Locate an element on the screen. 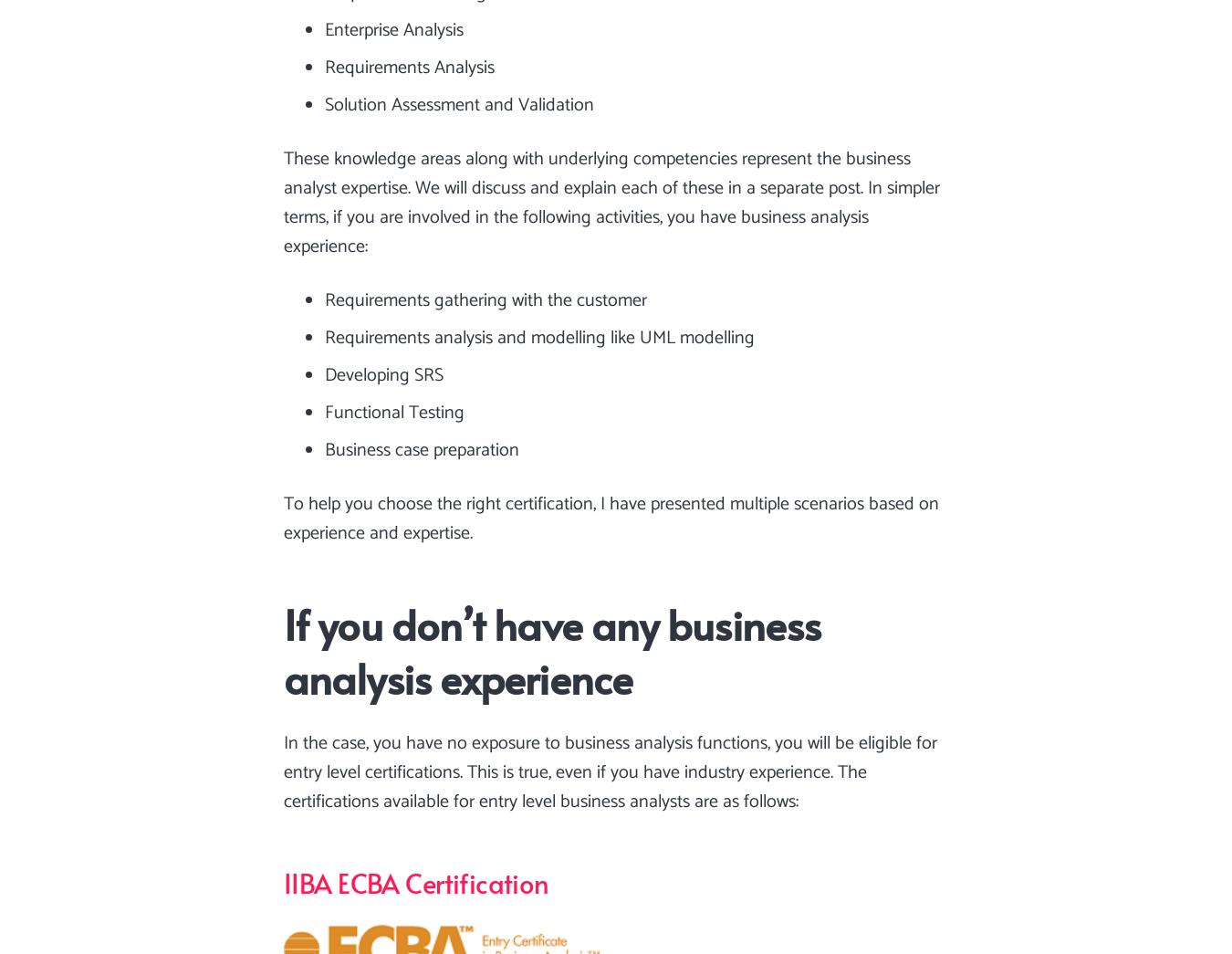 Image resolution: width=1232 pixels, height=954 pixels. 'Requirements analysis and modelling like UML modelling' is located at coordinates (539, 337).